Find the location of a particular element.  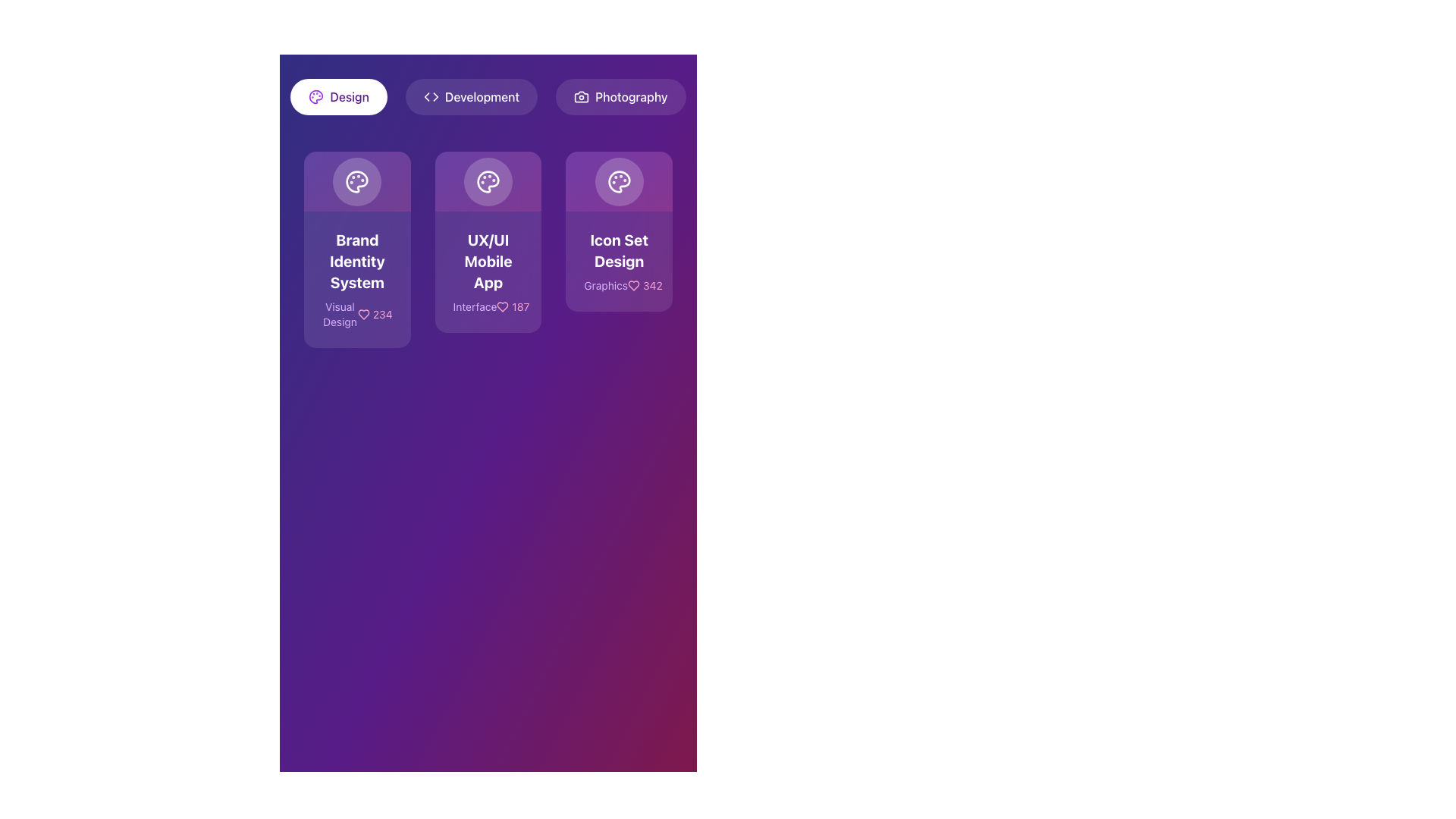

the Text label displaying '187' in pink with a heart-shaped icon, located in the second card from the left, near the bottom-right corner below the title 'Interface' is located at coordinates (513, 307).